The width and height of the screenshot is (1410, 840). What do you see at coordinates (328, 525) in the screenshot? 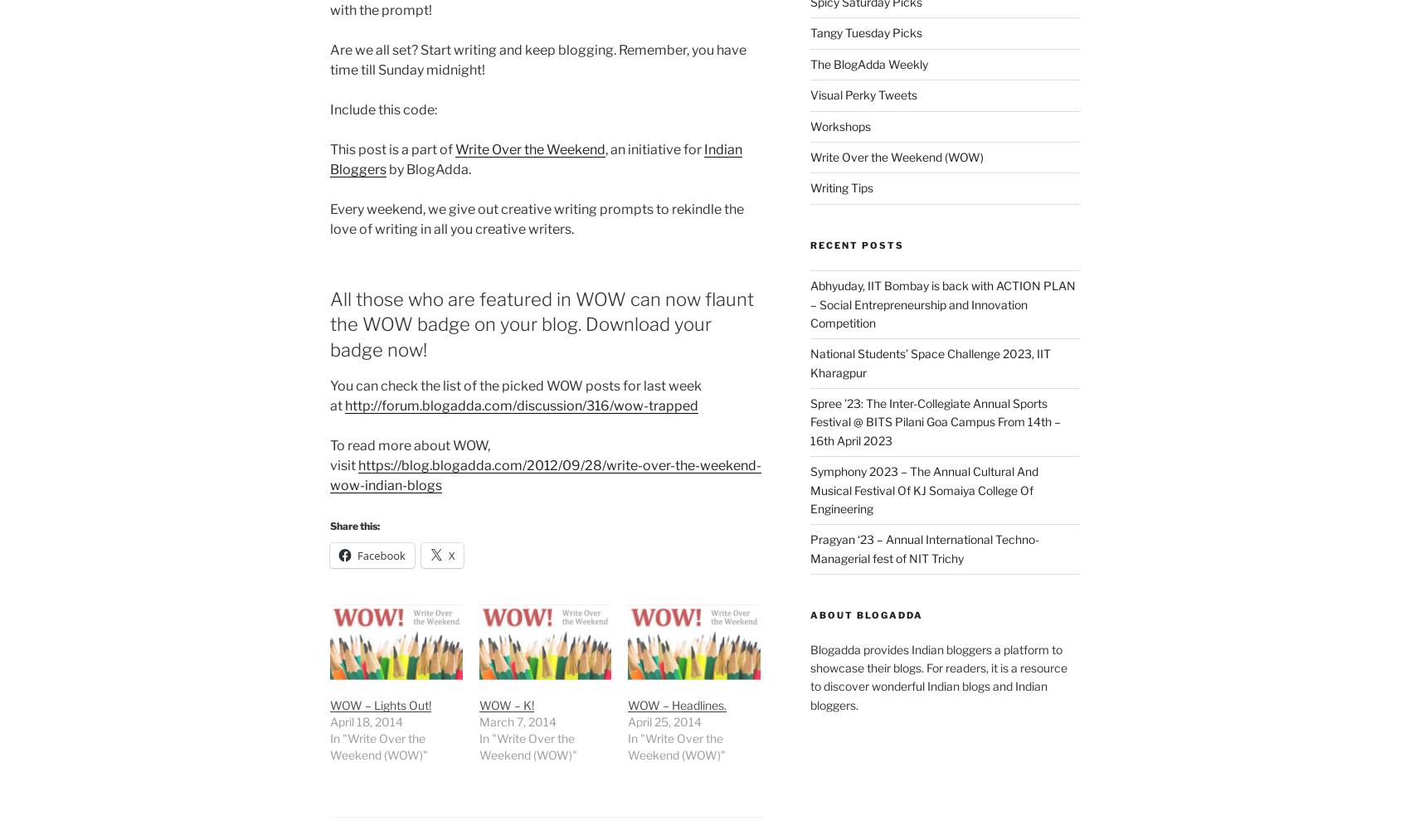
I see `'Share this:'` at bounding box center [328, 525].